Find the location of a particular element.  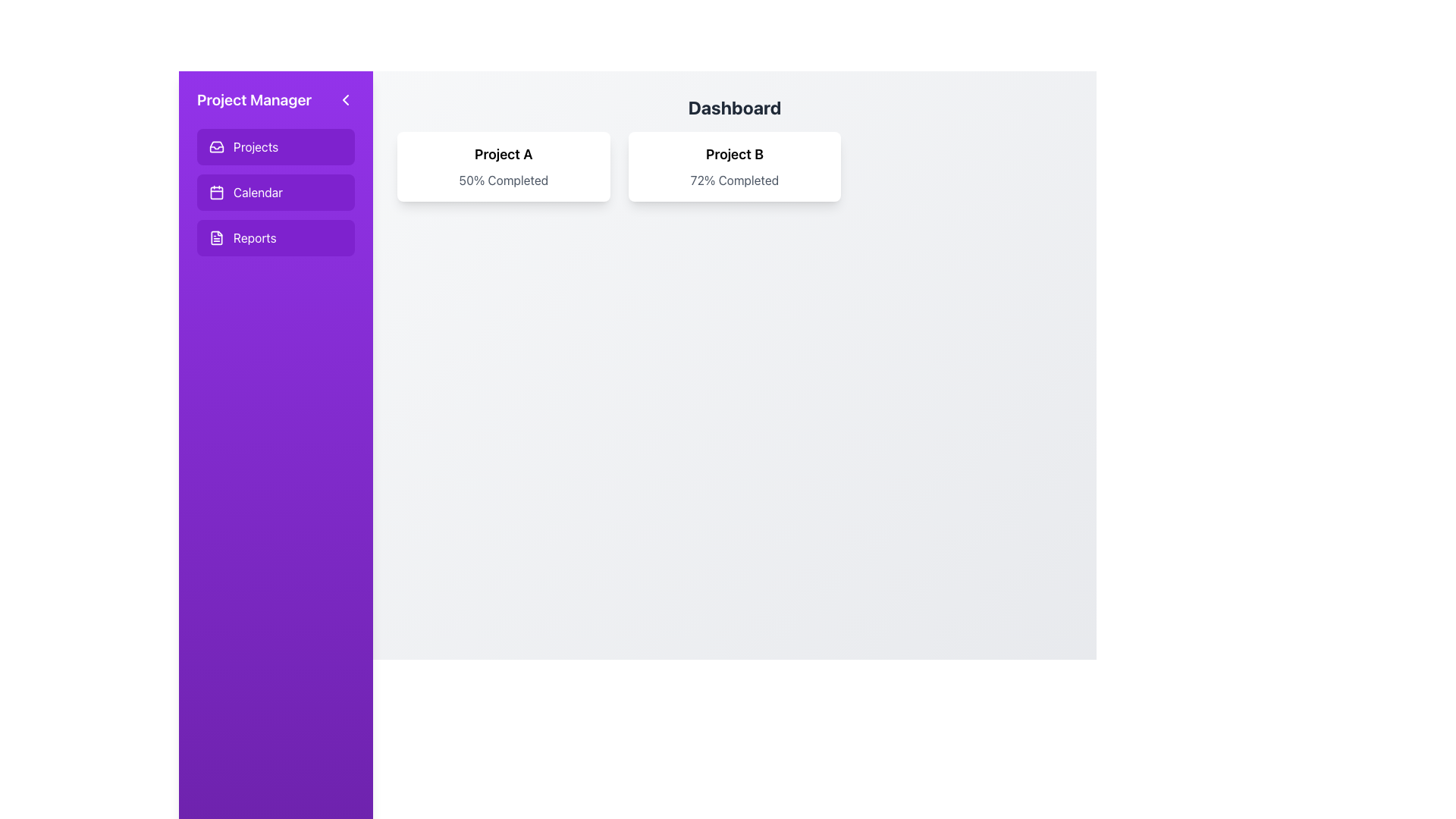

the chevron icon located in the purple sidebar at the top right corner, just below the 'Project Manager' label is located at coordinates (345, 99).